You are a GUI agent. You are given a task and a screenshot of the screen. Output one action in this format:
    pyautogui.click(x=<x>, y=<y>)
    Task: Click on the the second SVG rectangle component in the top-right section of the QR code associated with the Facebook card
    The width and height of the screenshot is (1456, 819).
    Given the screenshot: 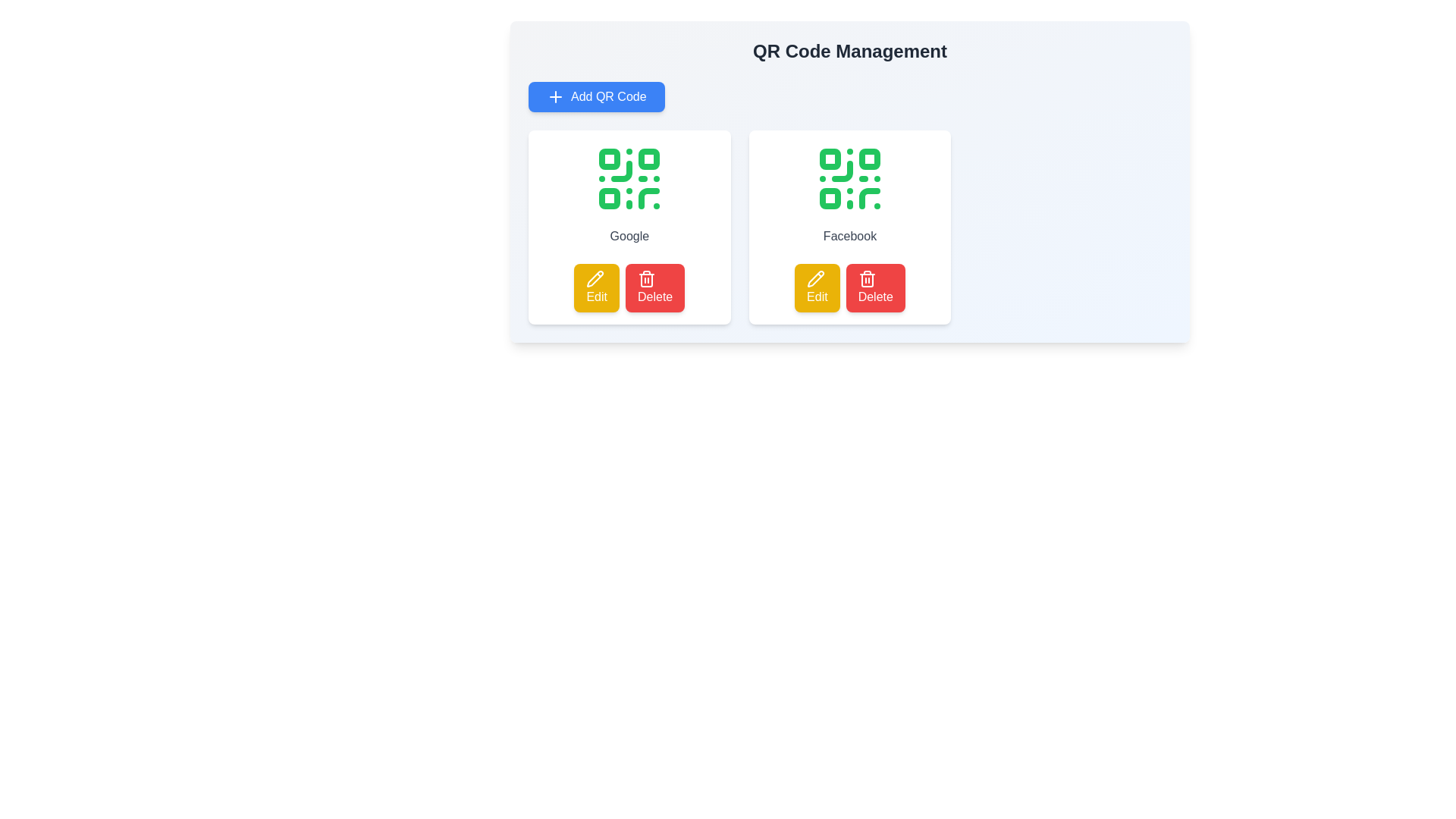 What is the action you would take?
    pyautogui.click(x=870, y=158)
    